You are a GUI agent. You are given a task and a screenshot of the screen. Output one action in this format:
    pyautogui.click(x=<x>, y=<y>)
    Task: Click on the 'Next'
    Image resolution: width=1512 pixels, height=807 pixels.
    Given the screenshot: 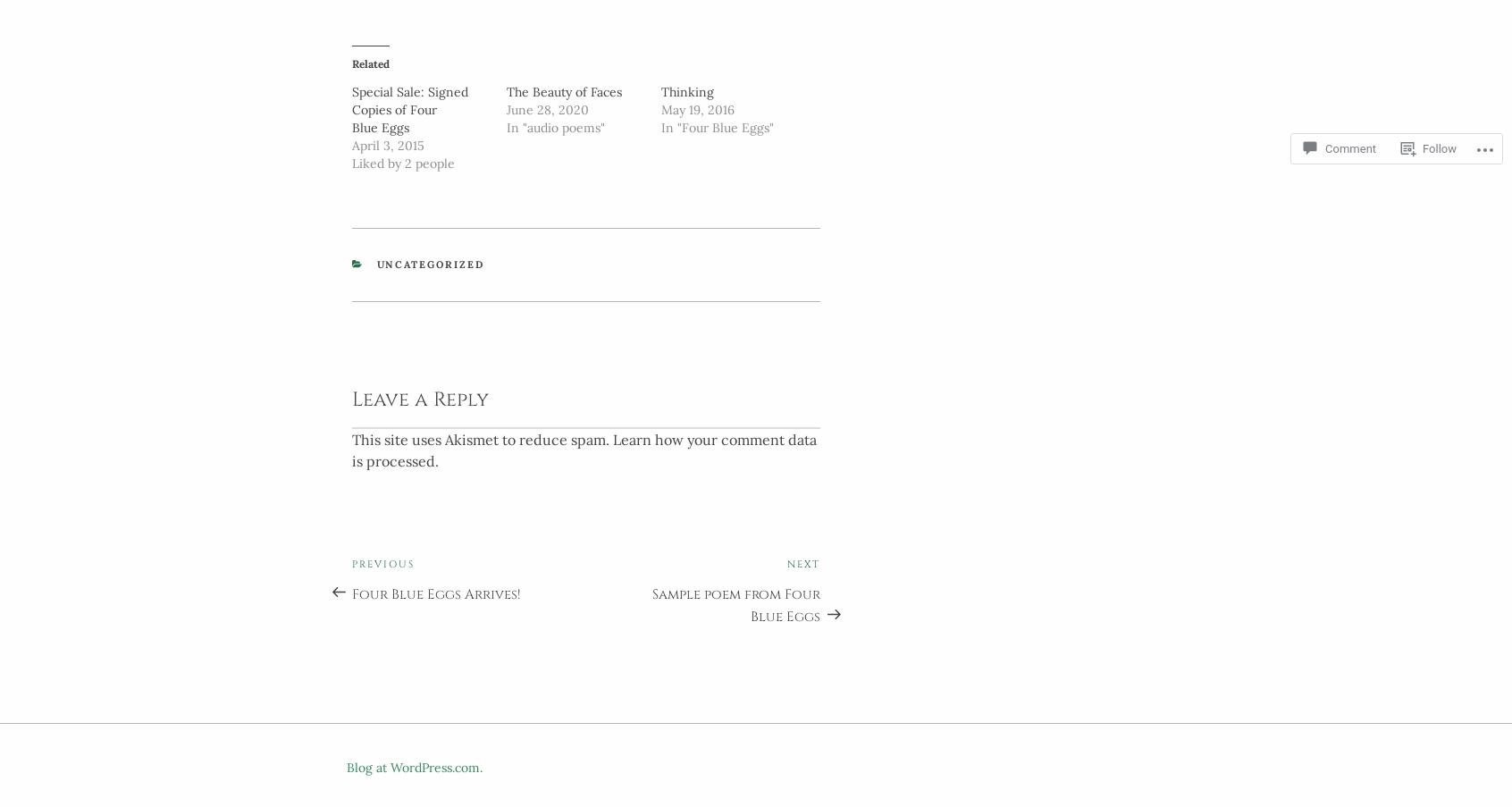 What is the action you would take?
    pyautogui.click(x=802, y=559)
    